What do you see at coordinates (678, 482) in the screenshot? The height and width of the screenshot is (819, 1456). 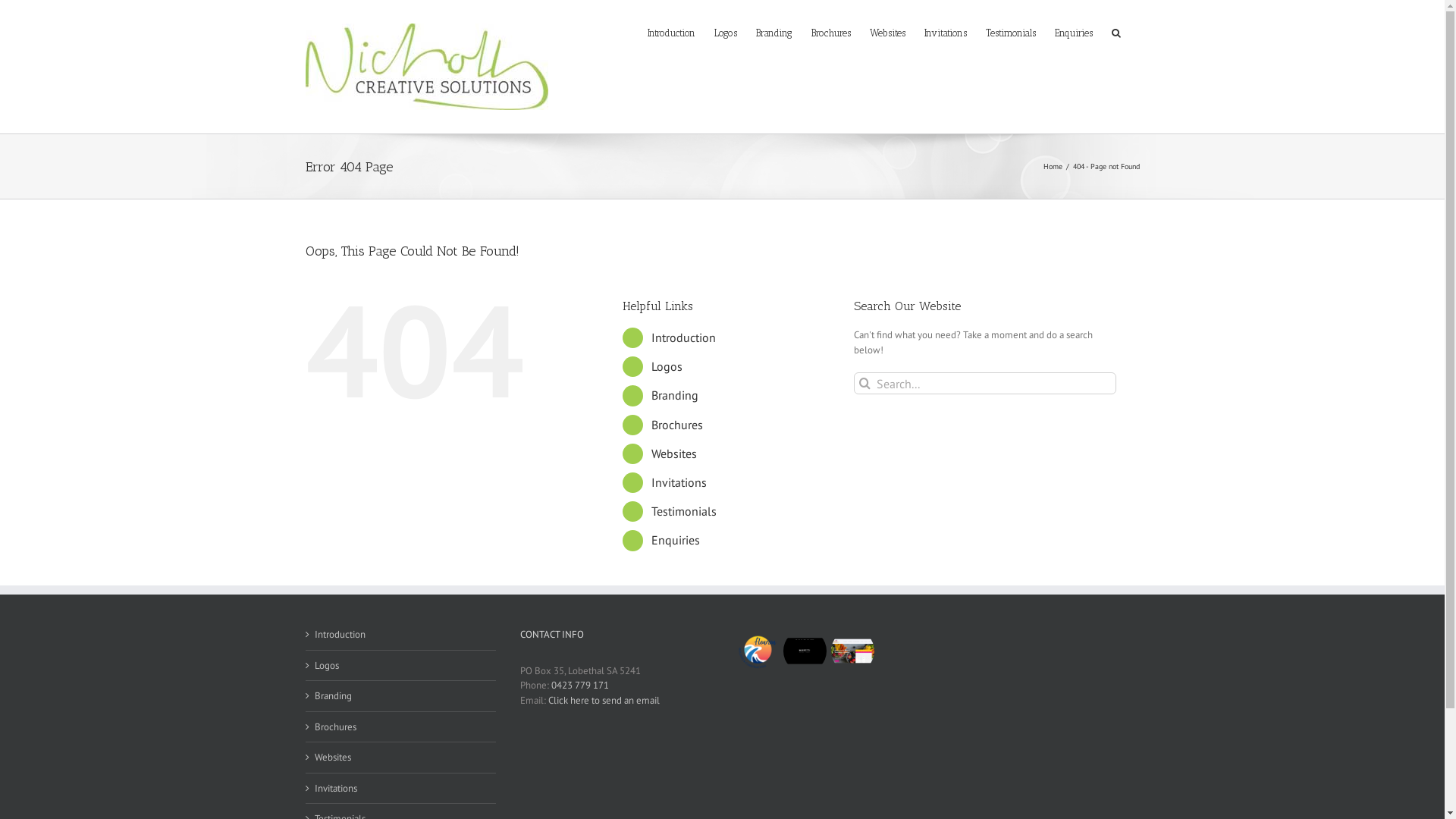 I see `'Invitations'` at bounding box center [678, 482].